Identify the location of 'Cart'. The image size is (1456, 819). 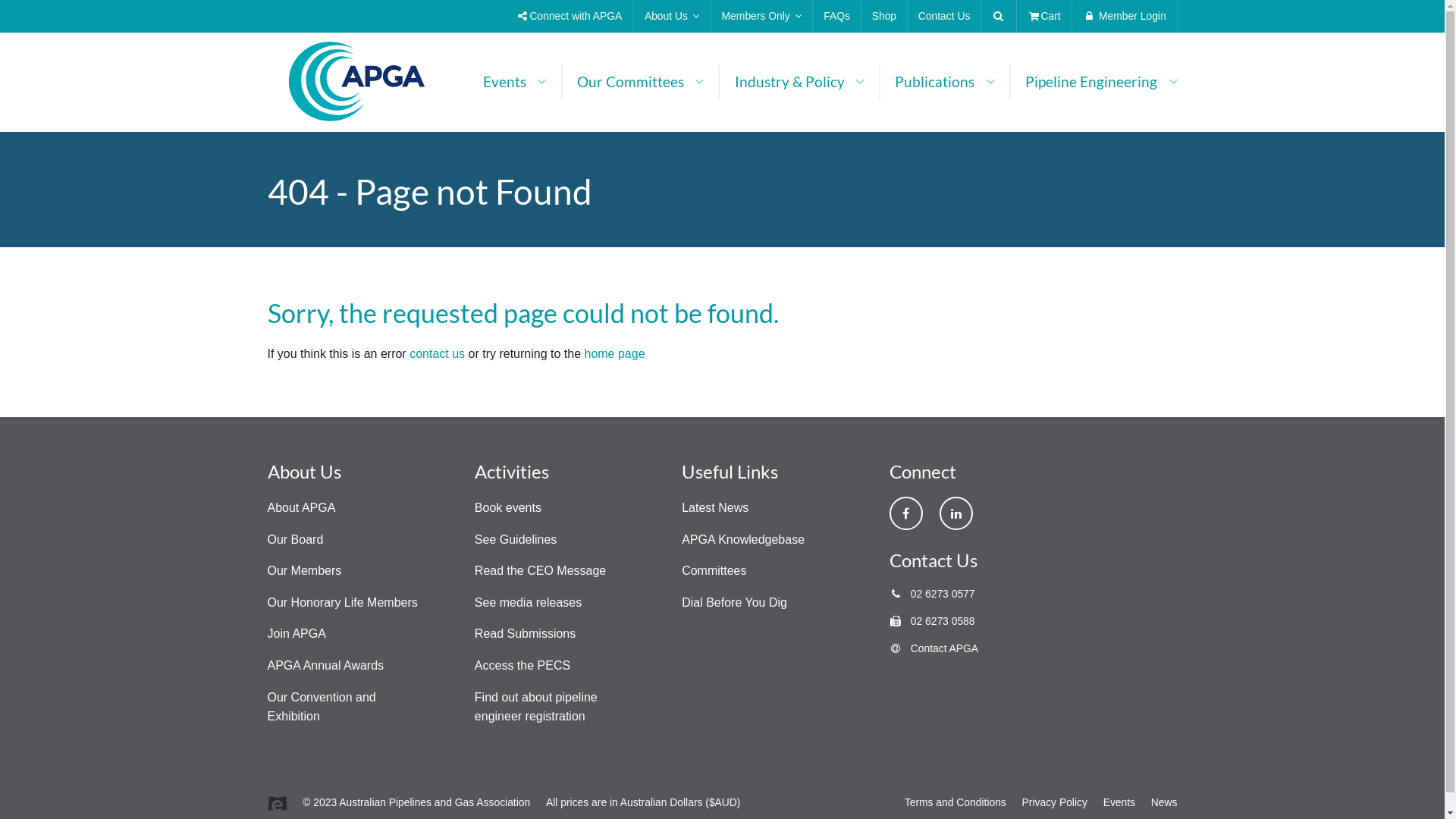
(1043, 16).